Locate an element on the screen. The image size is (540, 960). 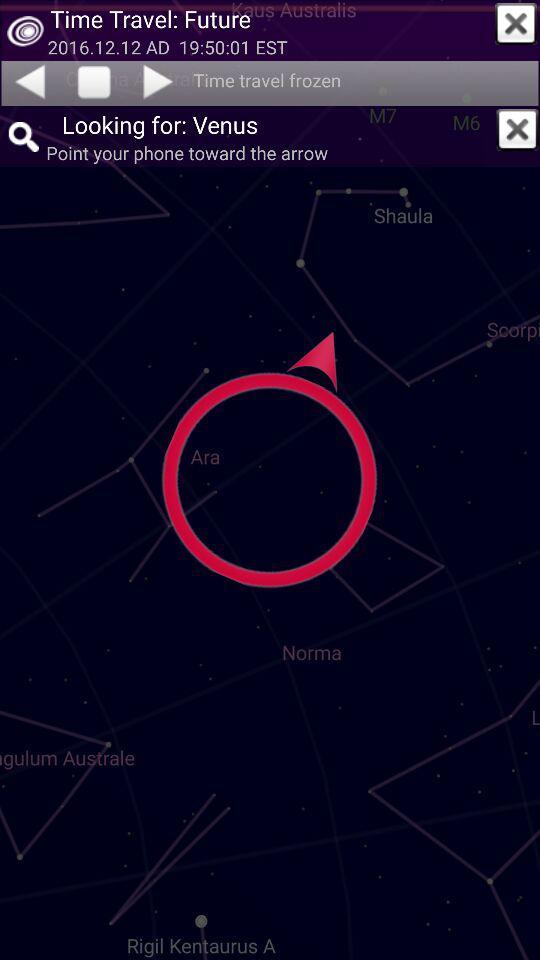
the close icon is located at coordinates (516, 23).